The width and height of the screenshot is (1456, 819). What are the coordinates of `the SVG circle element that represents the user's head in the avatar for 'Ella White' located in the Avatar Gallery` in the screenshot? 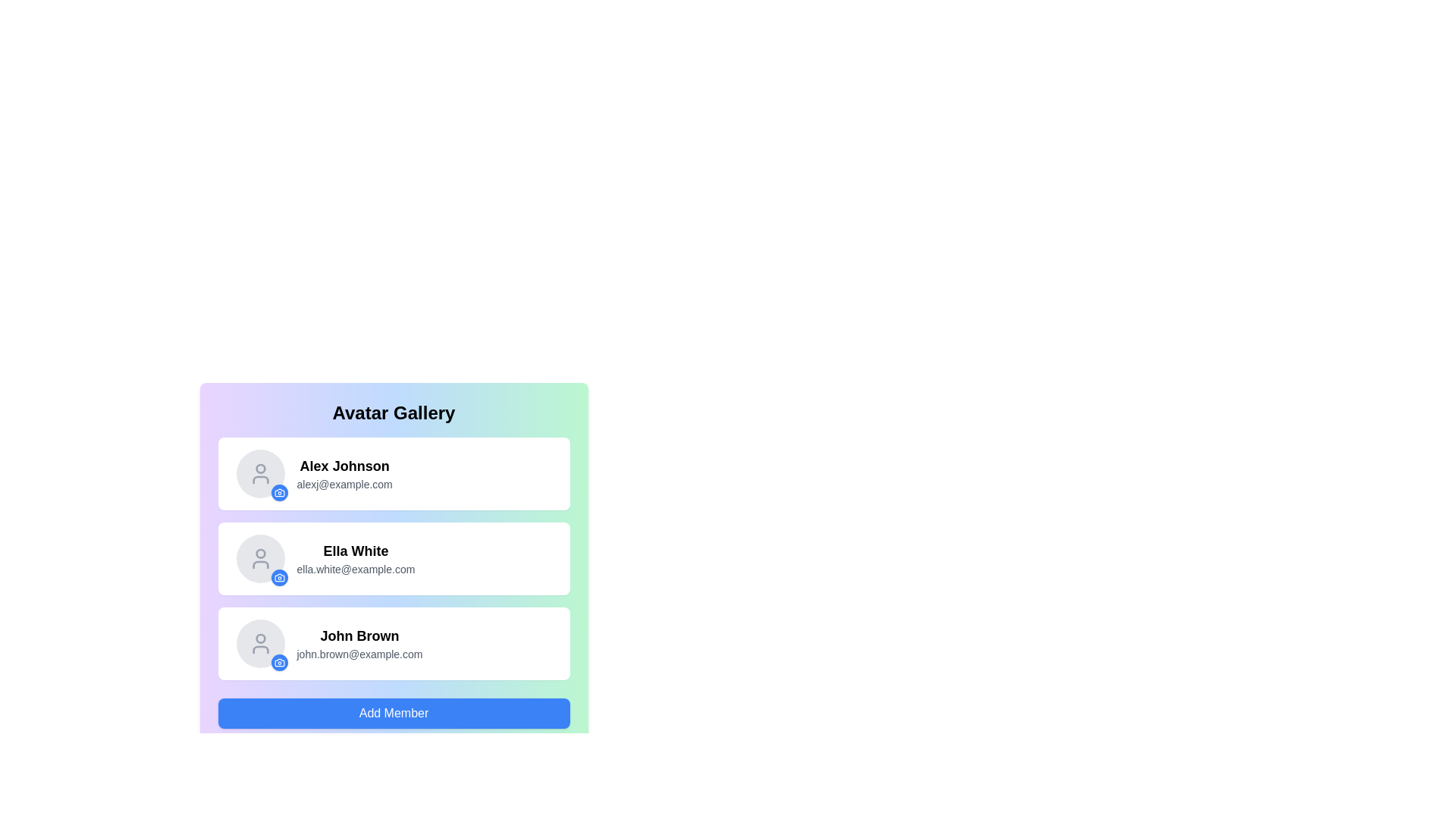 It's located at (260, 554).